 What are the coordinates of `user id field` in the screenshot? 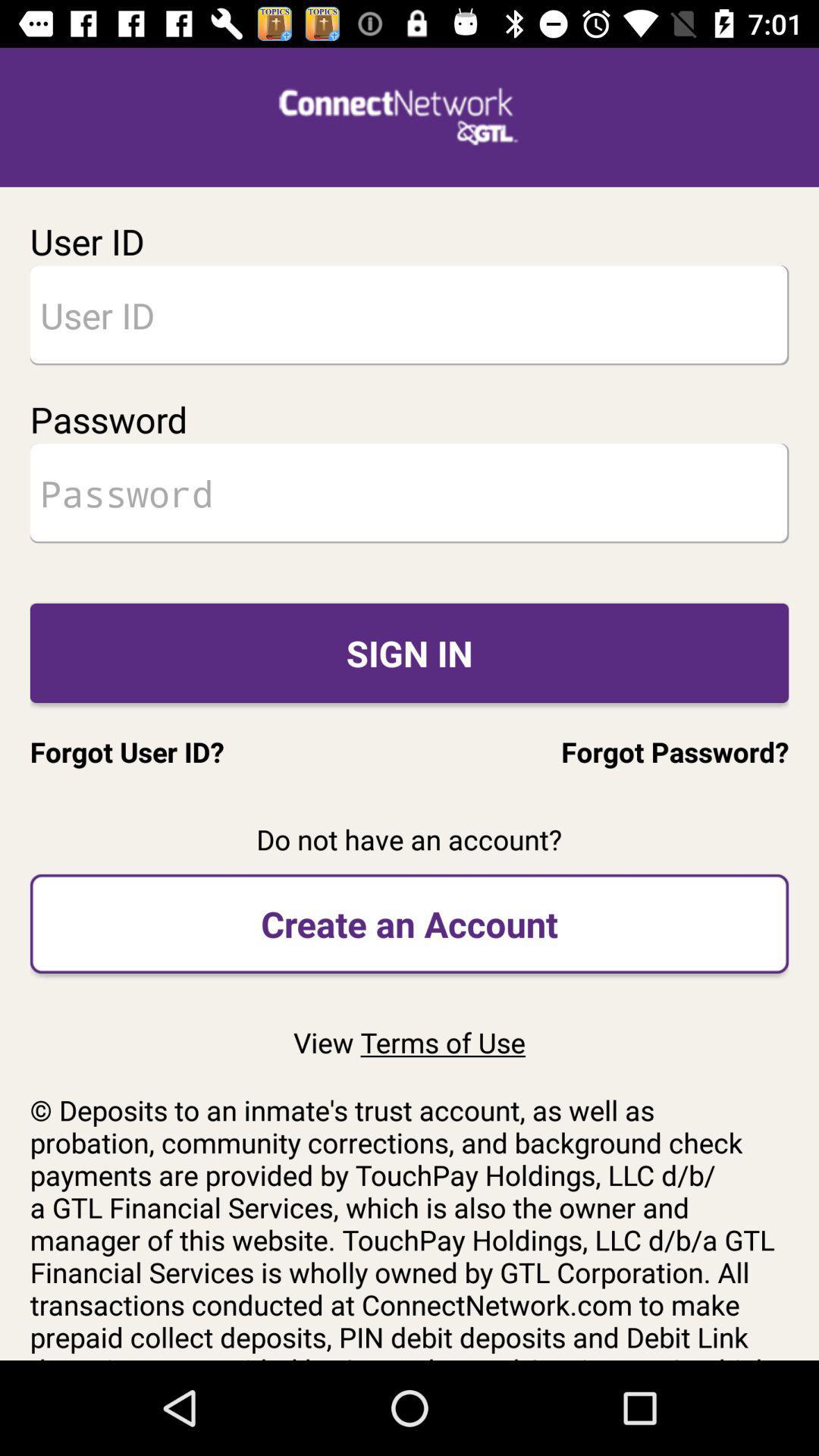 It's located at (409, 314).